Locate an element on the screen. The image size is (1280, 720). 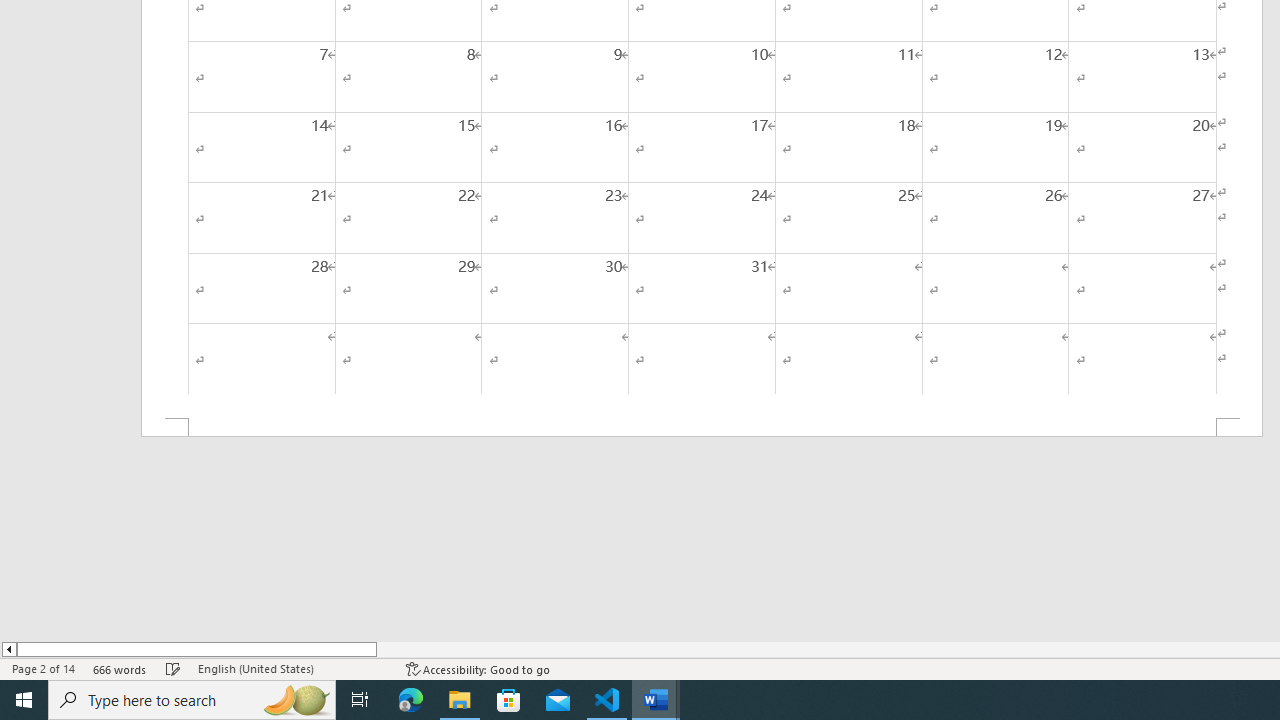
'Column left' is located at coordinates (8, 649).